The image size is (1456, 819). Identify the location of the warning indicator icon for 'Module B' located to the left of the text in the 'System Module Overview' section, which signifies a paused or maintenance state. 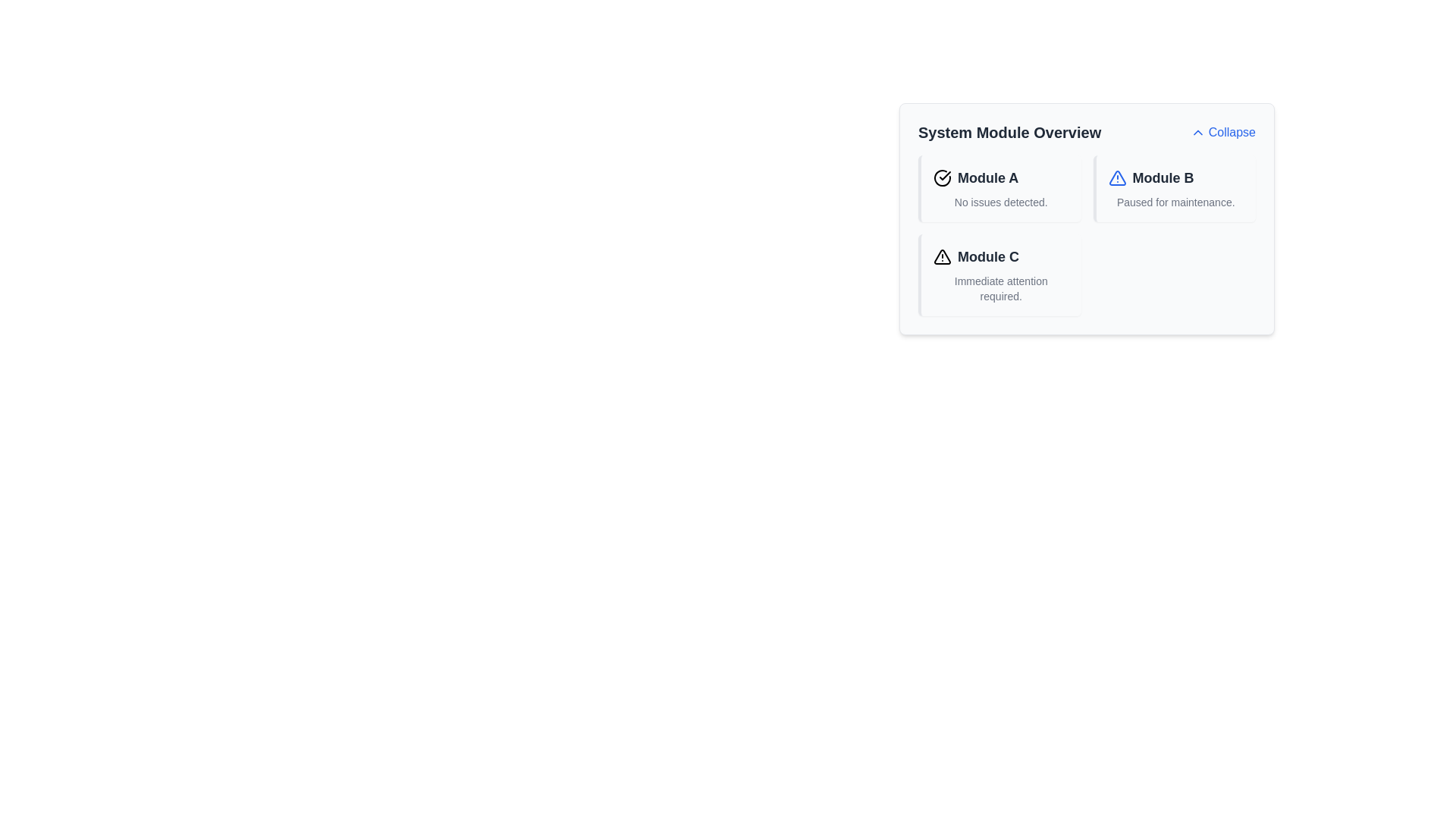
(1117, 177).